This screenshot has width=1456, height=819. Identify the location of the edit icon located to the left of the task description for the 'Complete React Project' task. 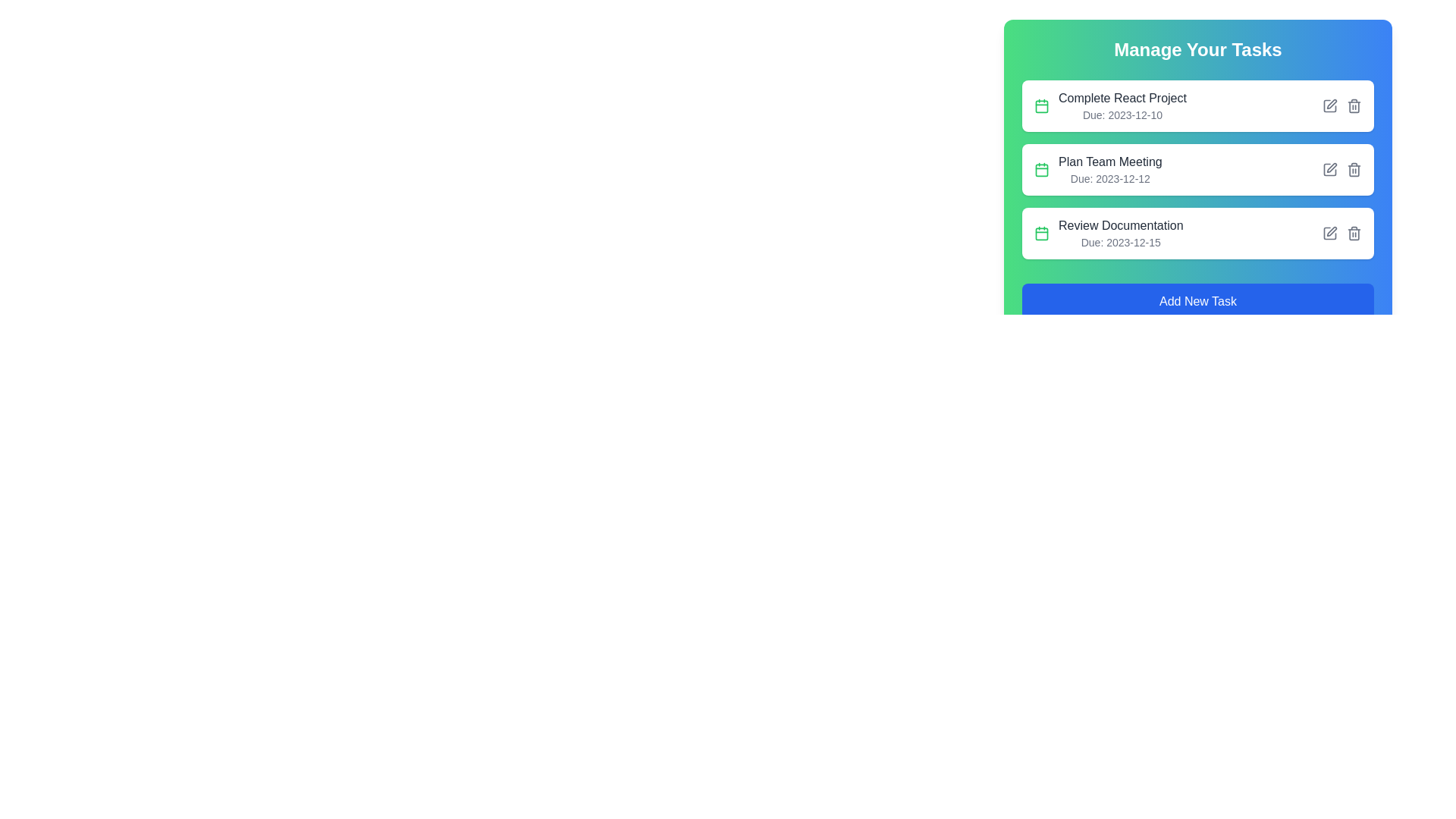
(1329, 105).